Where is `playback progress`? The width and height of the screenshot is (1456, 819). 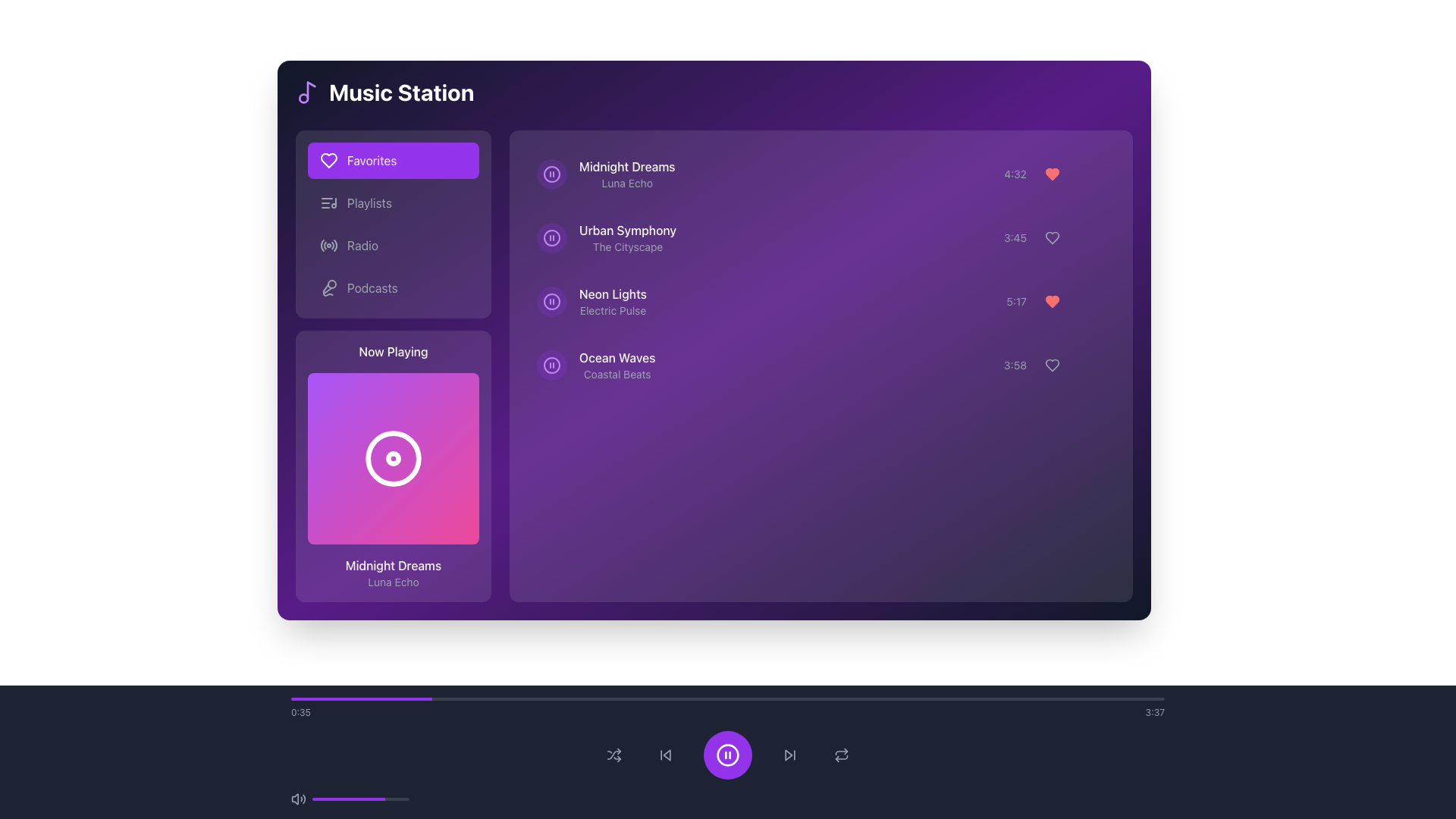 playback progress is located at coordinates (343, 698).